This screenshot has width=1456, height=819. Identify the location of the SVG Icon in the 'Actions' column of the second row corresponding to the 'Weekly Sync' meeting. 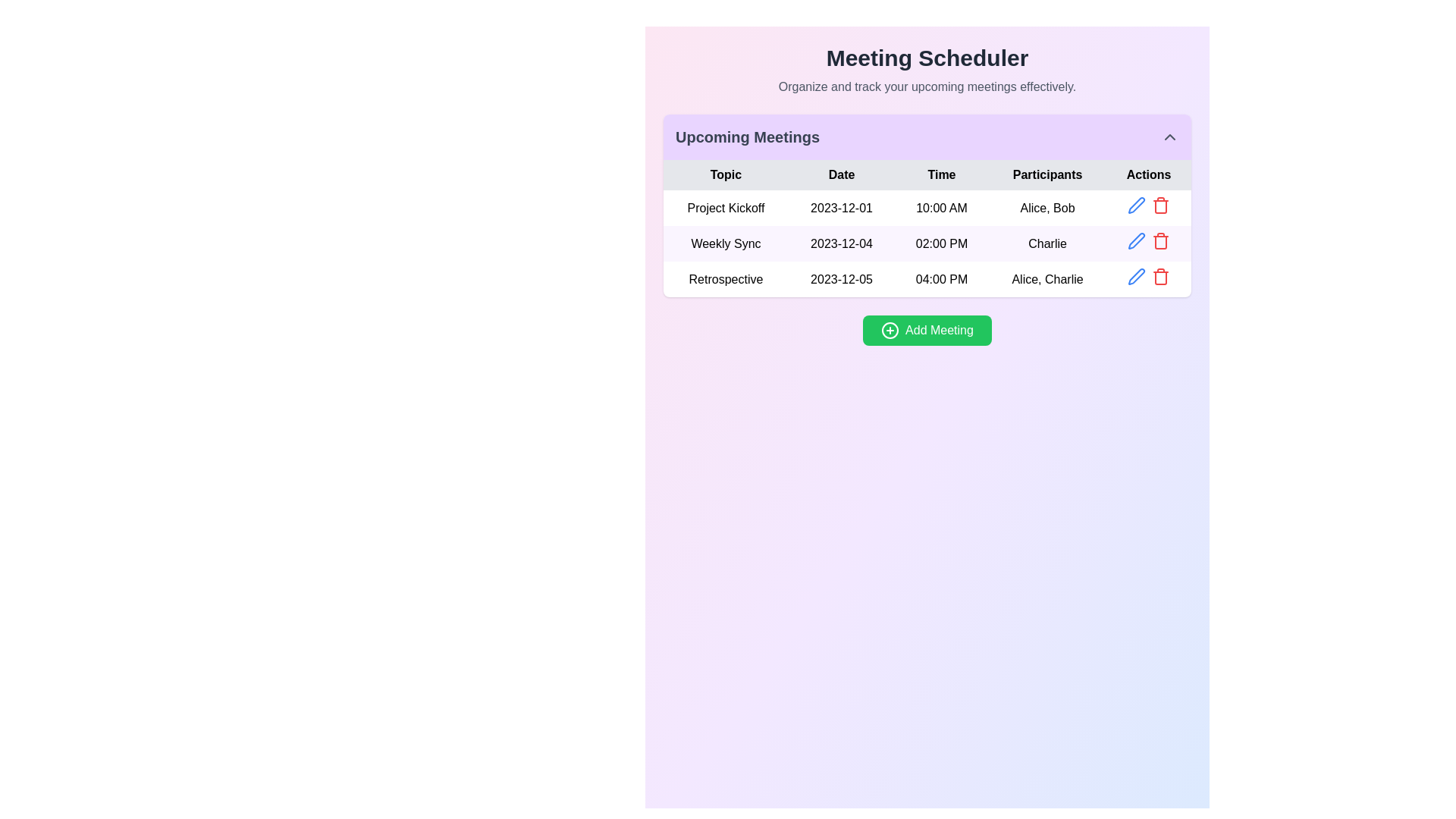
(1137, 240).